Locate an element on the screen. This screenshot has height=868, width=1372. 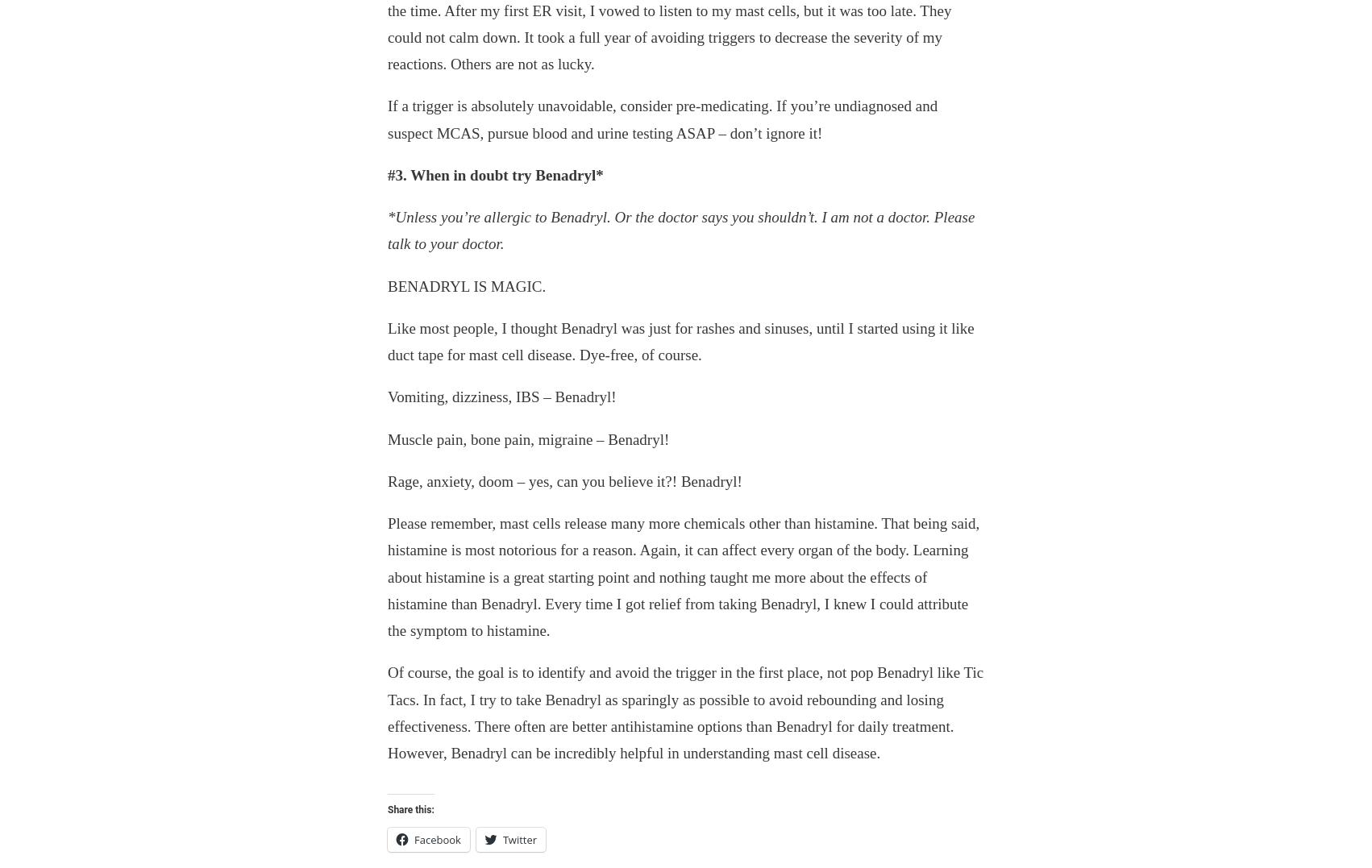
'If a trigger is absolutely unavoidable, consider pre-medicating. If you’re undiagnosed and suspect MCAS, pursue blood and urine testing ASAP – don’t ignore it!' is located at coordinates (662, 118).